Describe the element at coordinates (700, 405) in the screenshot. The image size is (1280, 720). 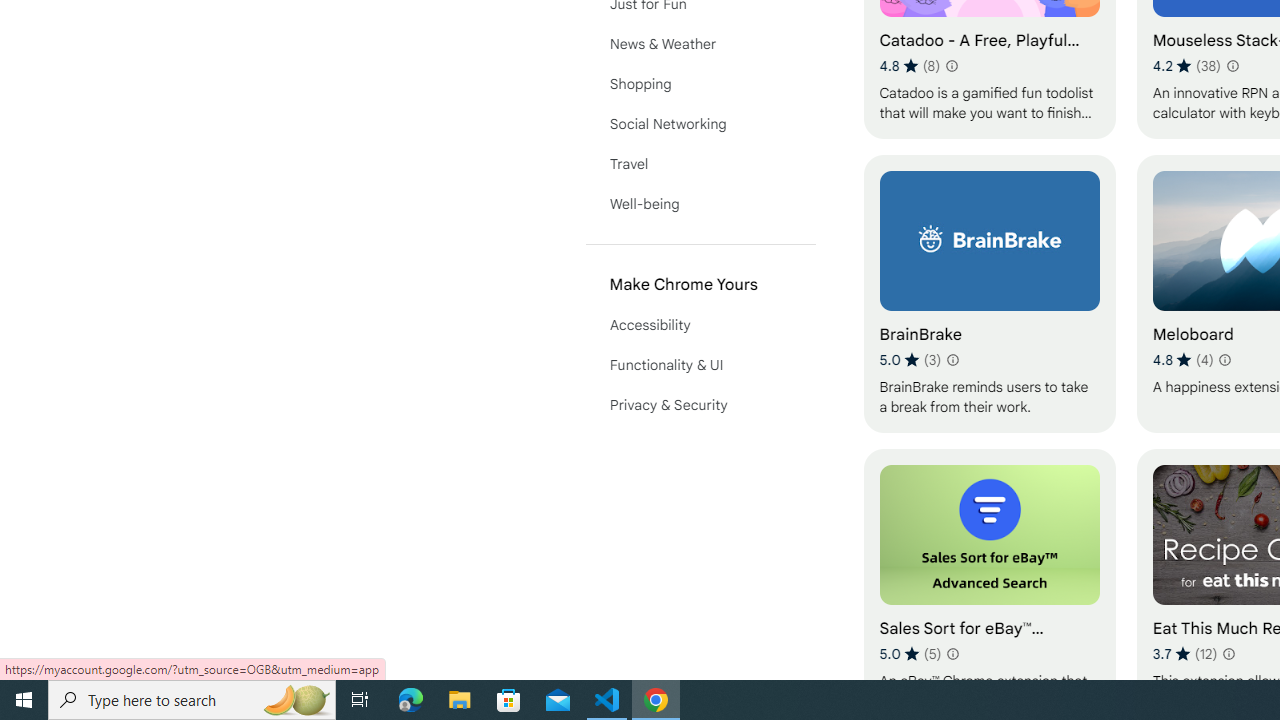
I see `'Privacy & Security'` at that location.